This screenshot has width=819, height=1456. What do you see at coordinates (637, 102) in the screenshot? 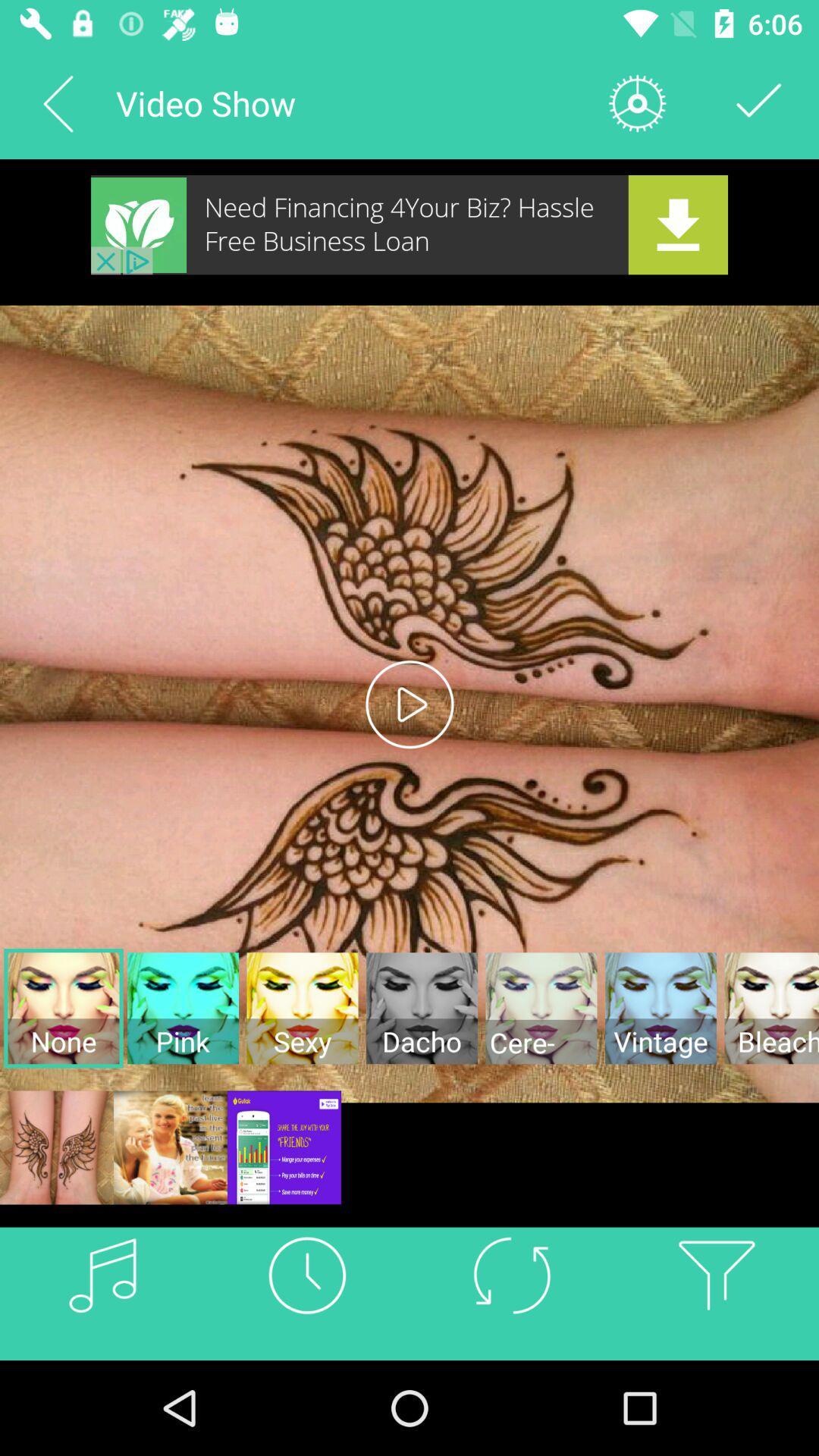
I see `the settings icon` at bounding box center [637, 102].